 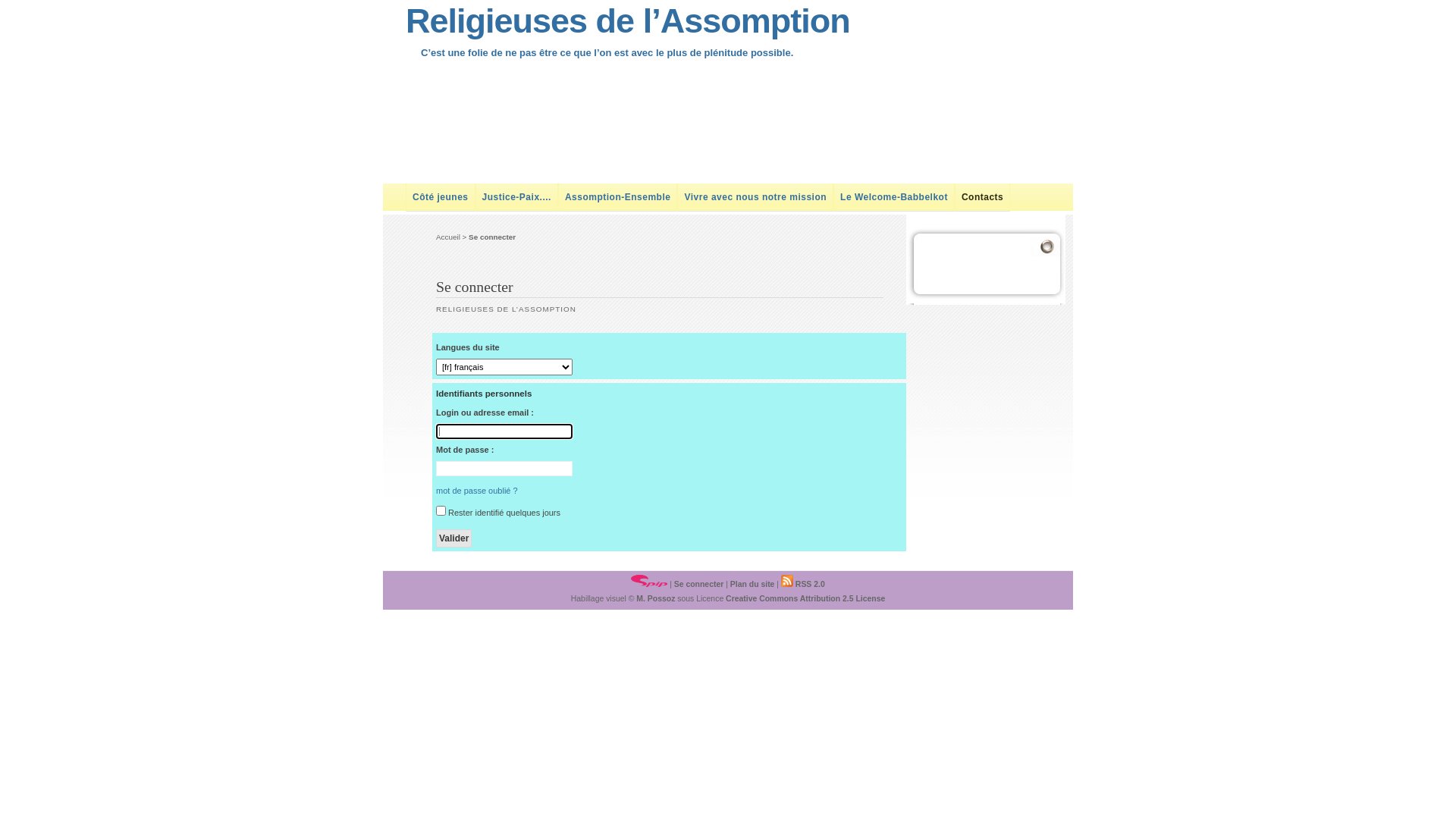 What do you see at coordinates (516, 196) in the screenshot?
I see `'Justice-Paix....'` at bounding box center [516, 196].